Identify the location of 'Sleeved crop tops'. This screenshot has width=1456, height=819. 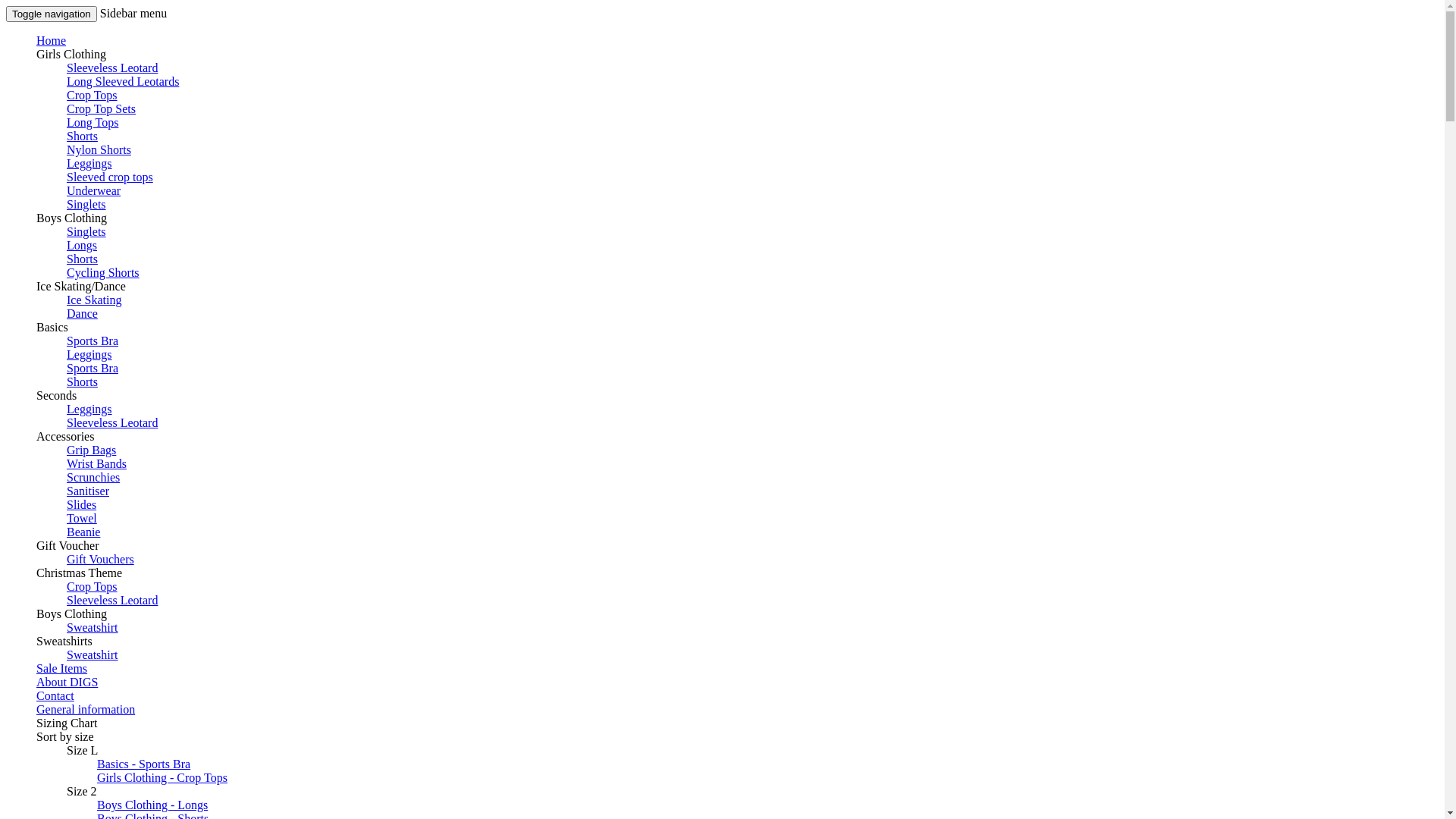
(65, 176).